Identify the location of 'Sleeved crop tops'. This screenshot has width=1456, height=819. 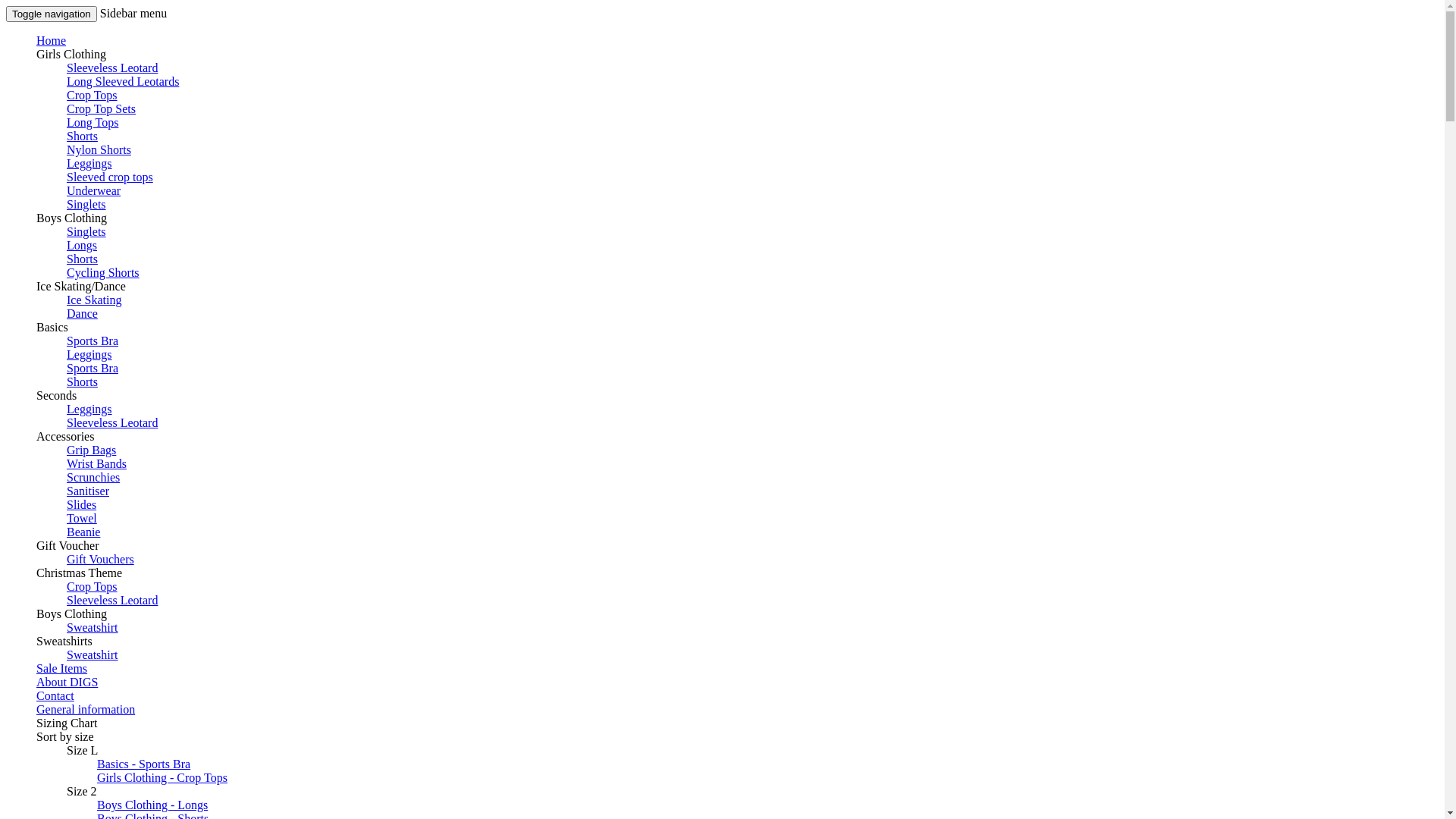
(65, 176).